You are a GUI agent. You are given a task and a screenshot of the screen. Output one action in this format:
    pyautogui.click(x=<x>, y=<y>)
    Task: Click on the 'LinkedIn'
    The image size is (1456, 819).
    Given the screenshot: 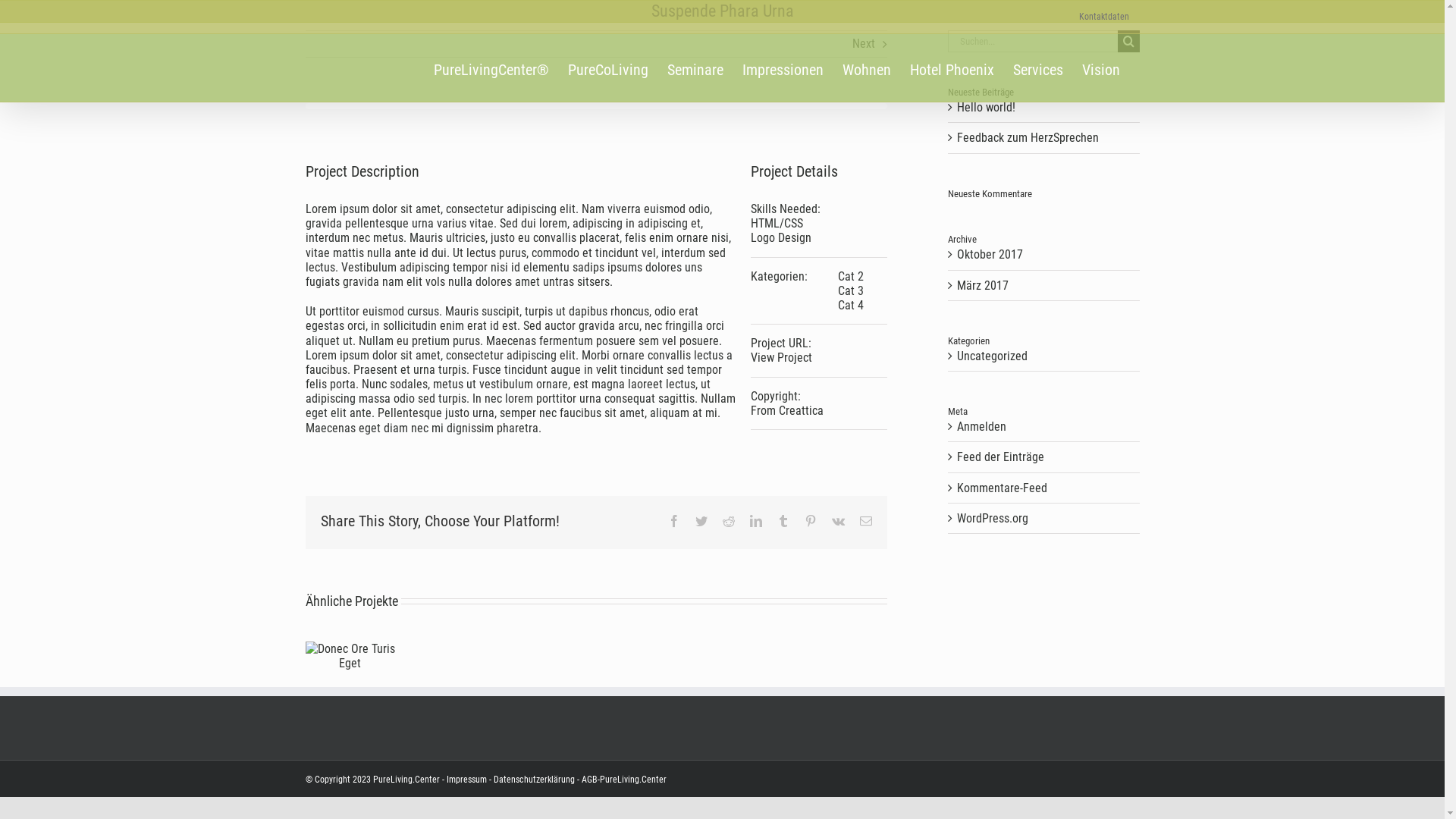 What is the action you would take?
    pyautogui.click(x=755, y=519)
    